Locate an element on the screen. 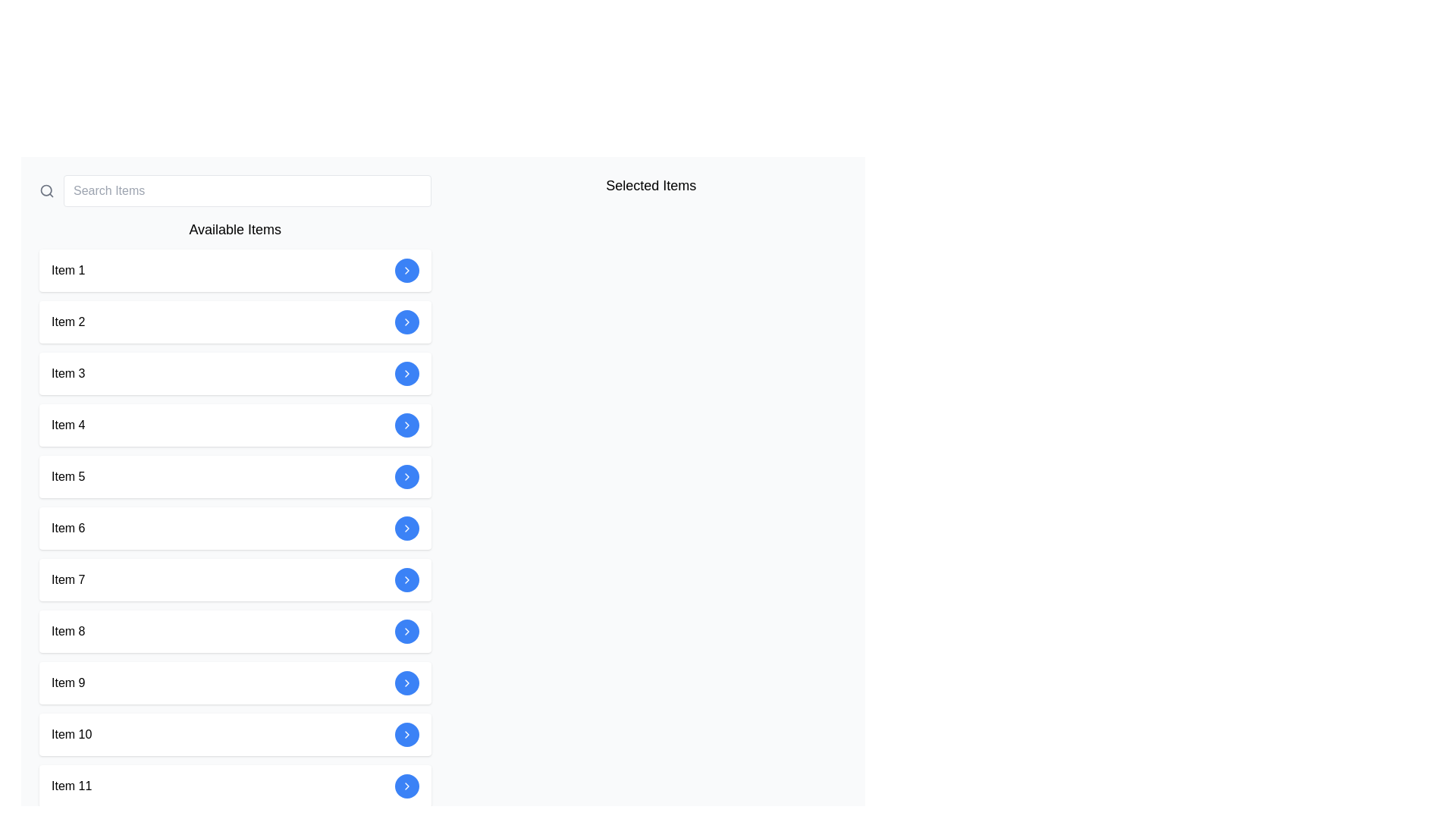 The width and height of the screenshot is (1456, 819). the sixth list item with action button, located between 'Item 5' and 'Item 7' in a vertical list is located at coordinates (234, 528).